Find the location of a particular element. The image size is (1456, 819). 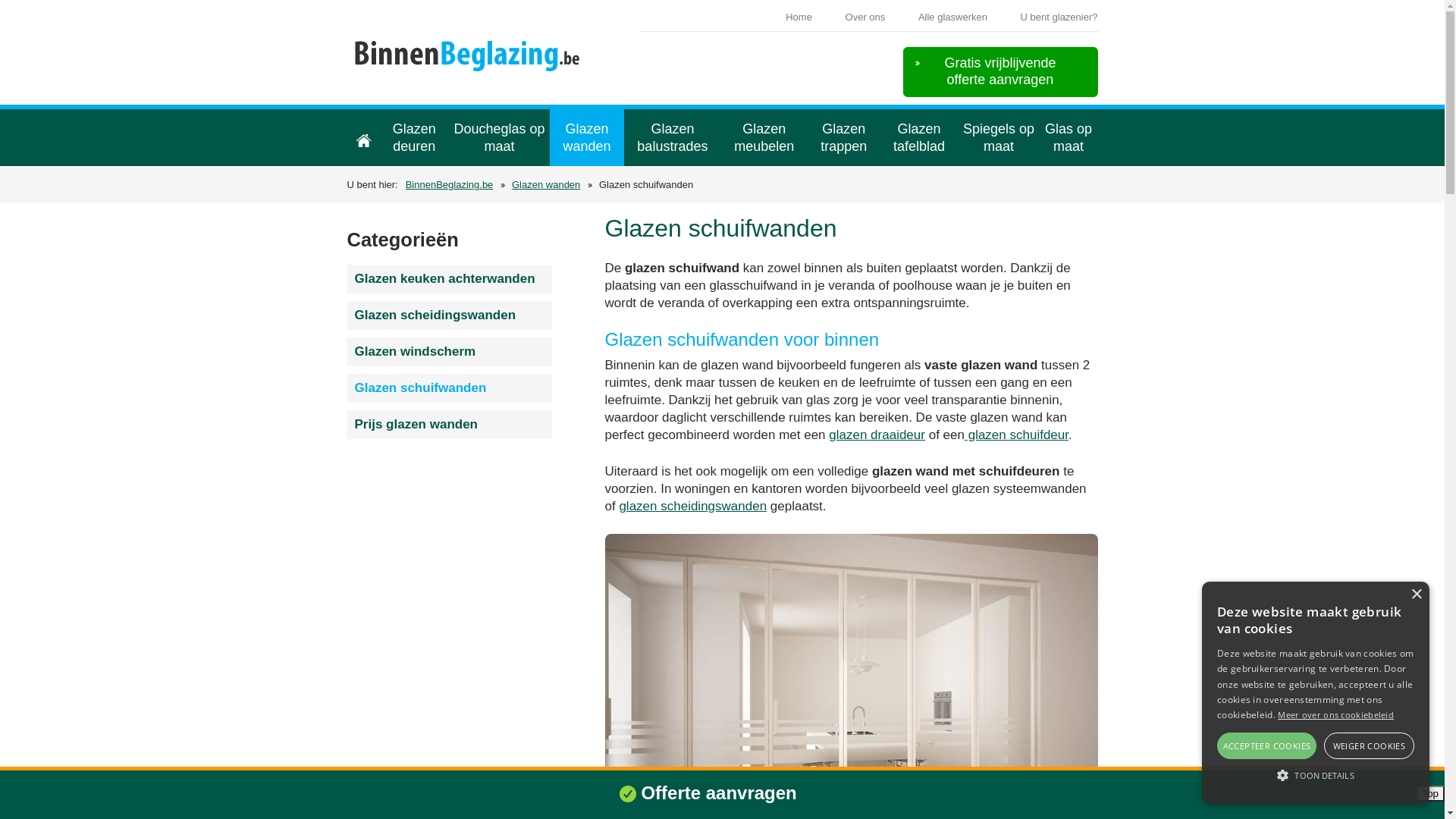

'glazen schuifdeur' is located at coordinates (1016, 435).